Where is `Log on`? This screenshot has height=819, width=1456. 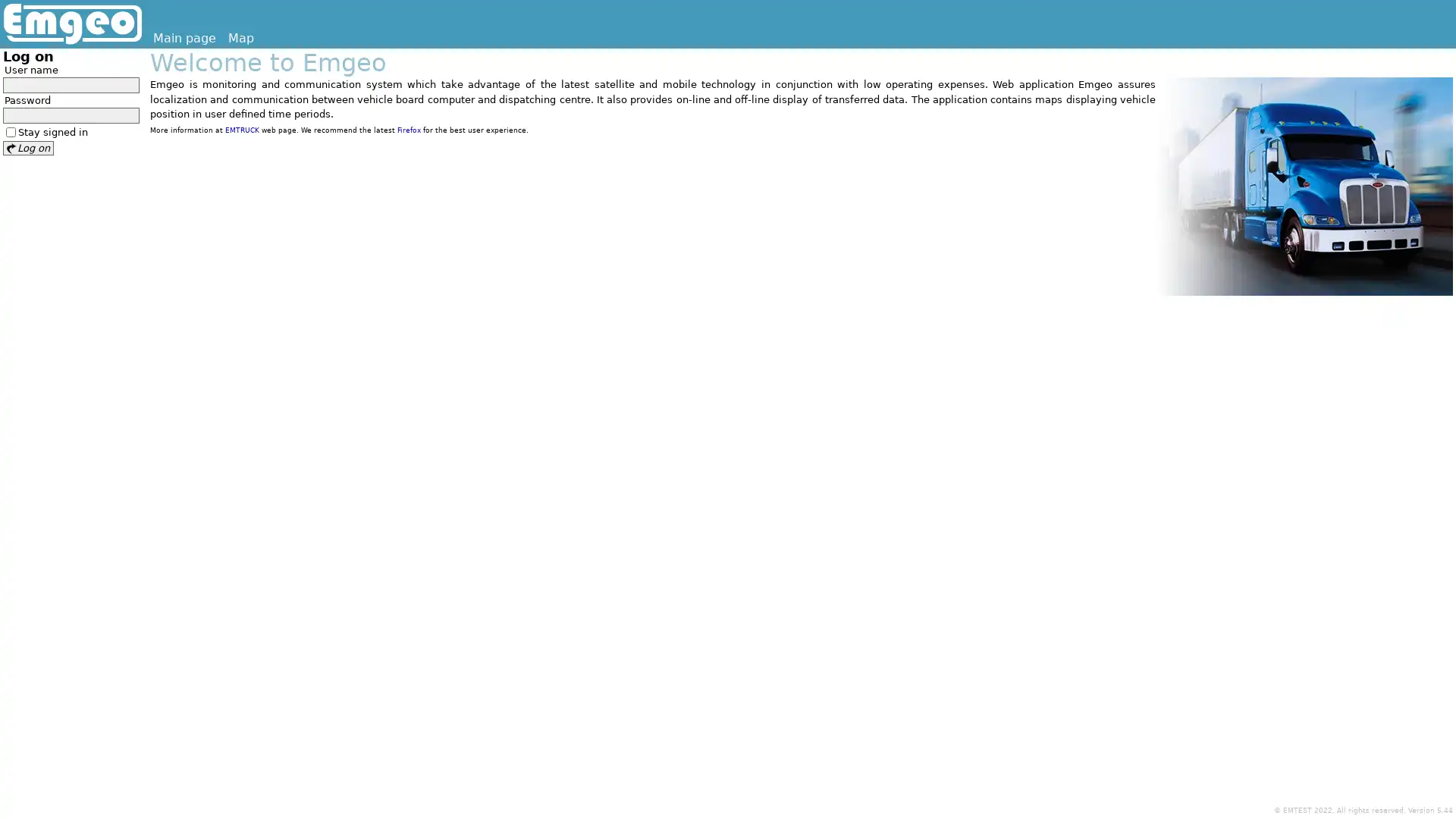 Log on is located at coordinates (28, 148).